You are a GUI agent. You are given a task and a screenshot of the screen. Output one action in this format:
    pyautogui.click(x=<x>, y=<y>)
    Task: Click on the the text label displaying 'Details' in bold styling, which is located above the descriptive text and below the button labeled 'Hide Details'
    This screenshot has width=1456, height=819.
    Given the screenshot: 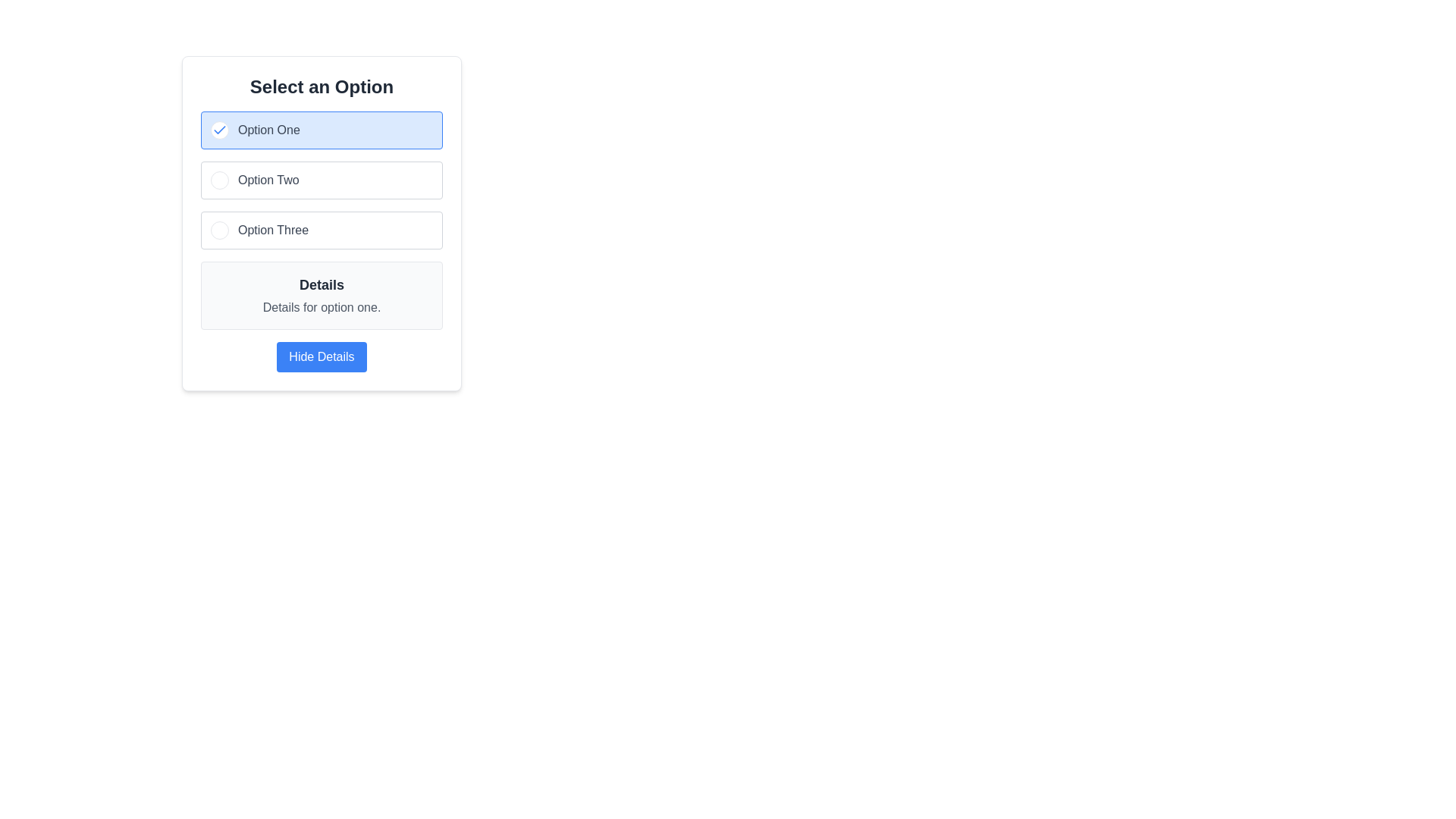 What is the action you would take?
    pyautogui.click(x=321, y=284)
    